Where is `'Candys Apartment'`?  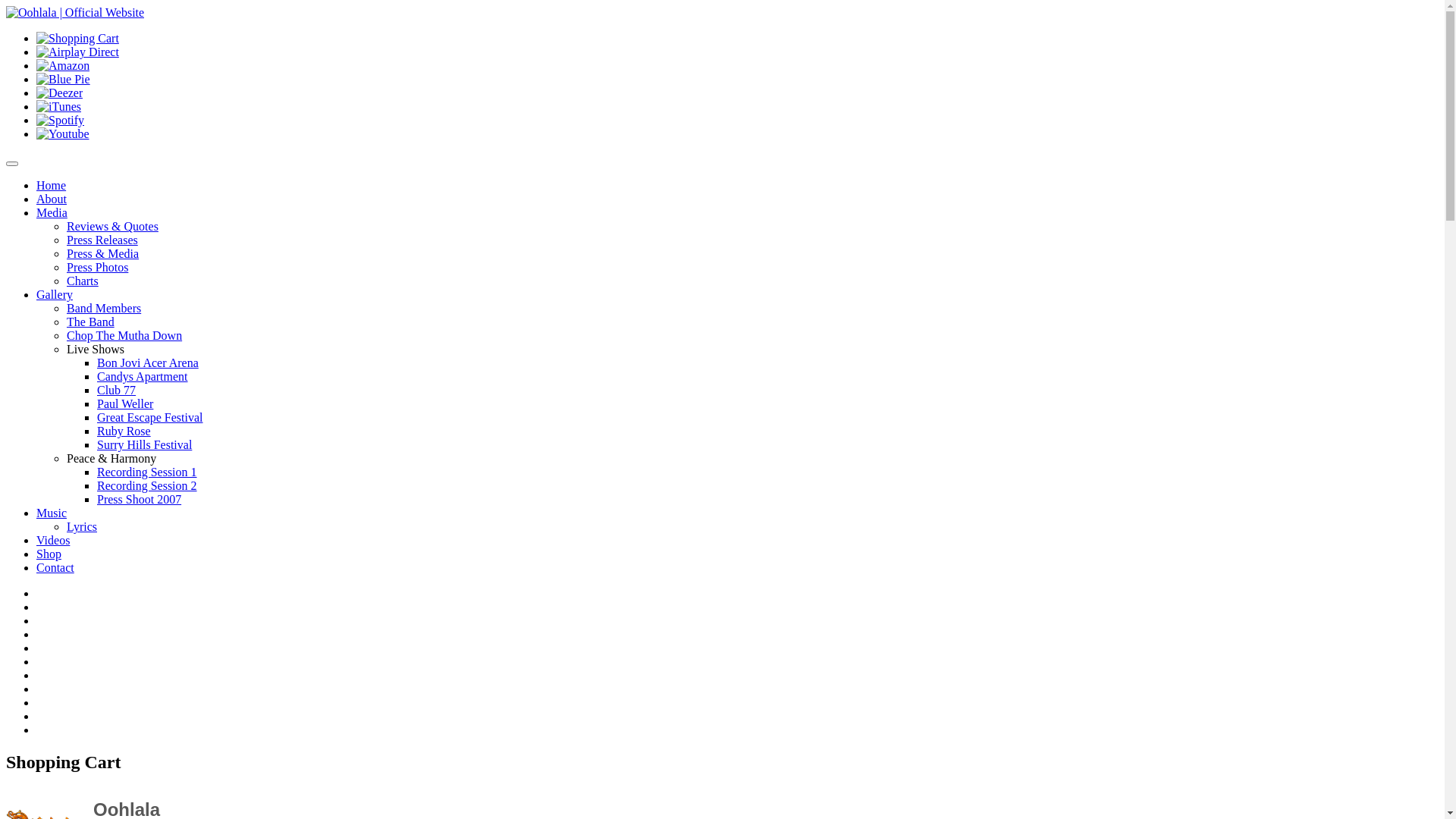
'Candys Apartment' is located at coordinates (142, 375).